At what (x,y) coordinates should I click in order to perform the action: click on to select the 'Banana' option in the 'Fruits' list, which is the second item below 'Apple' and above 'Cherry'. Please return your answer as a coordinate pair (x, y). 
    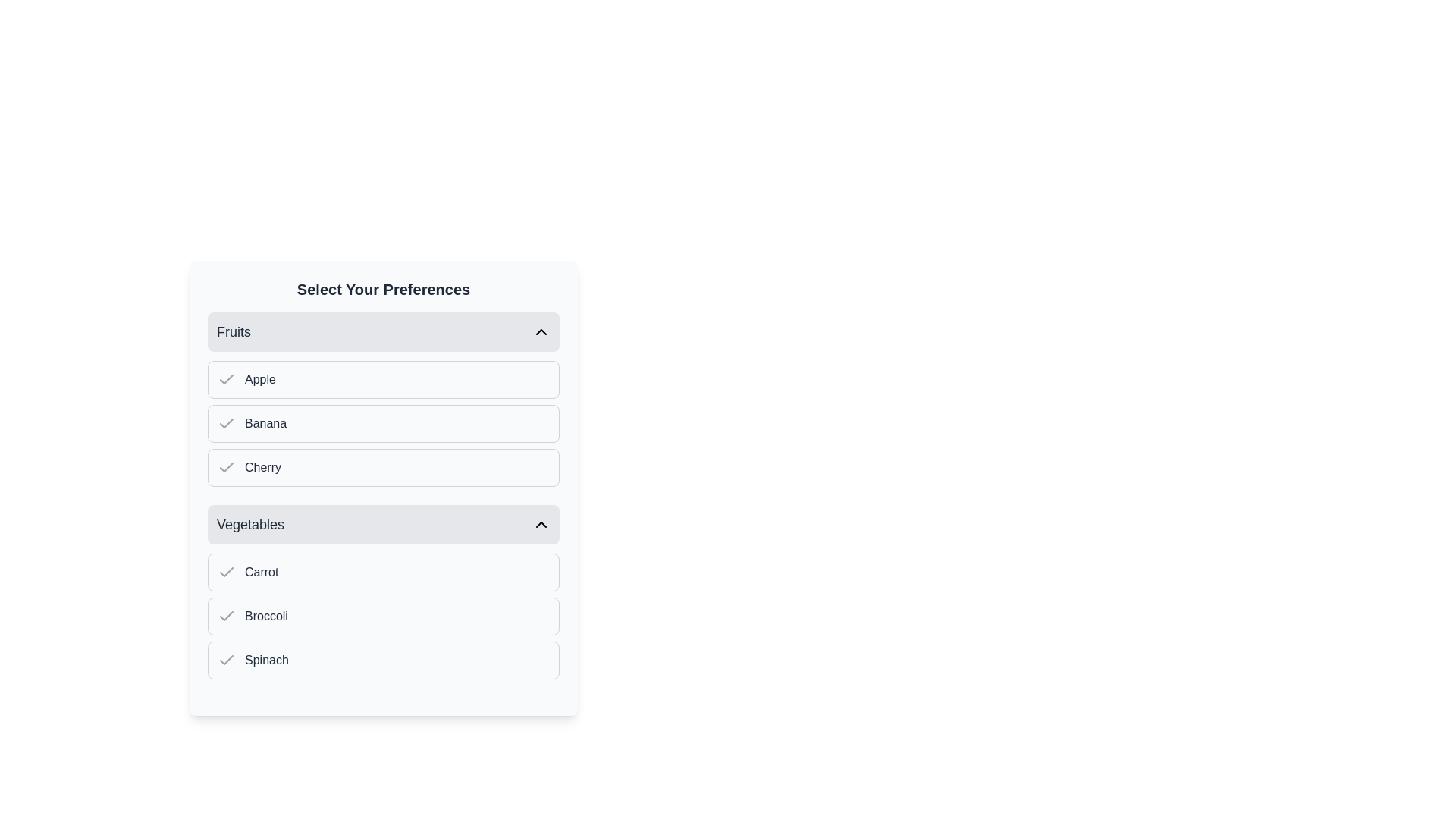
    Looking at the image, I should click on (383, 424).